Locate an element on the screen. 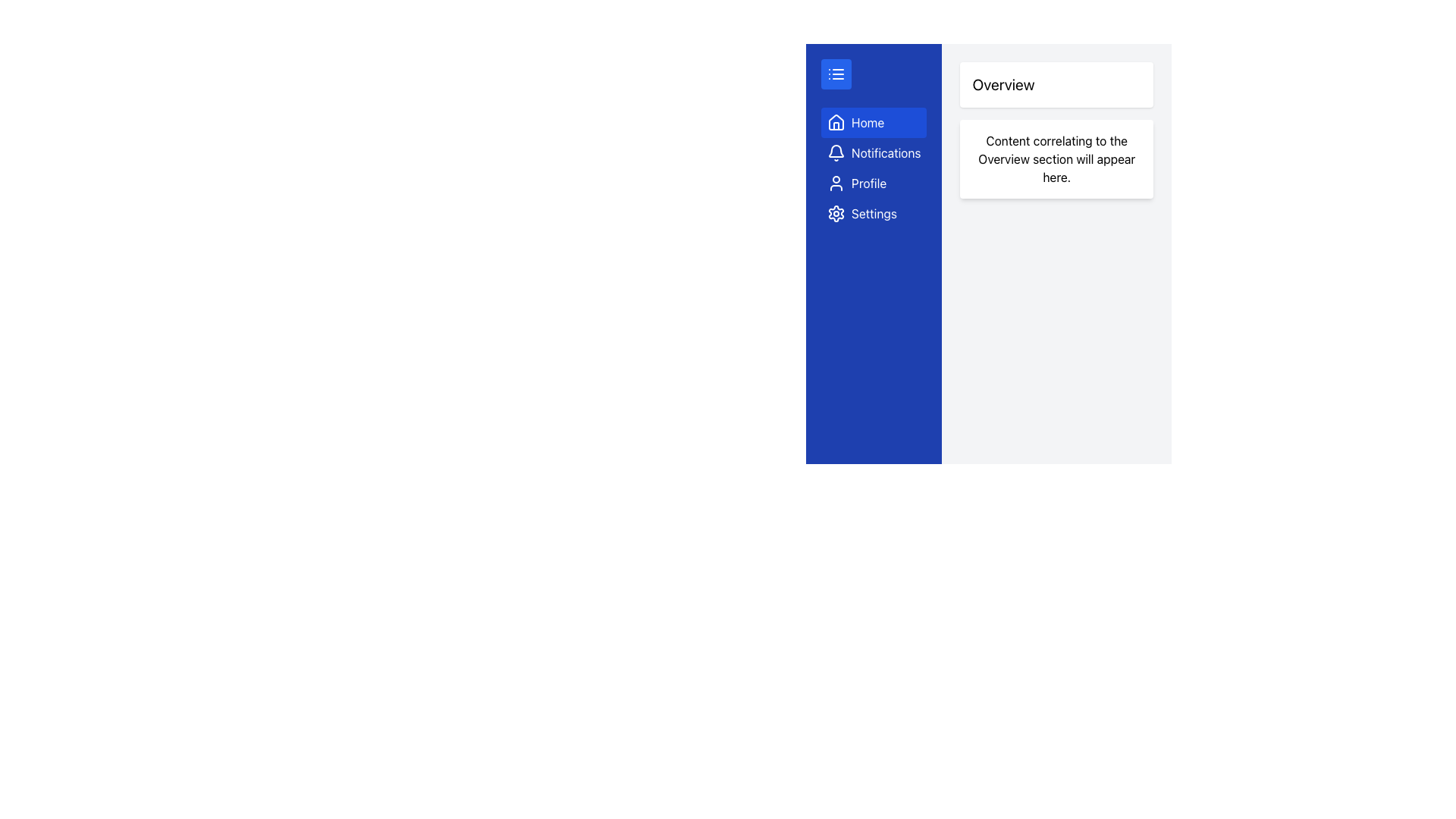  the 'Profile' button, which is a deep blue rectangular button with a white user figure icon and the label 'Profile' next to it, located below the 'Notifications' button and above the 'Settings' button is located at coordinates (874, 183).